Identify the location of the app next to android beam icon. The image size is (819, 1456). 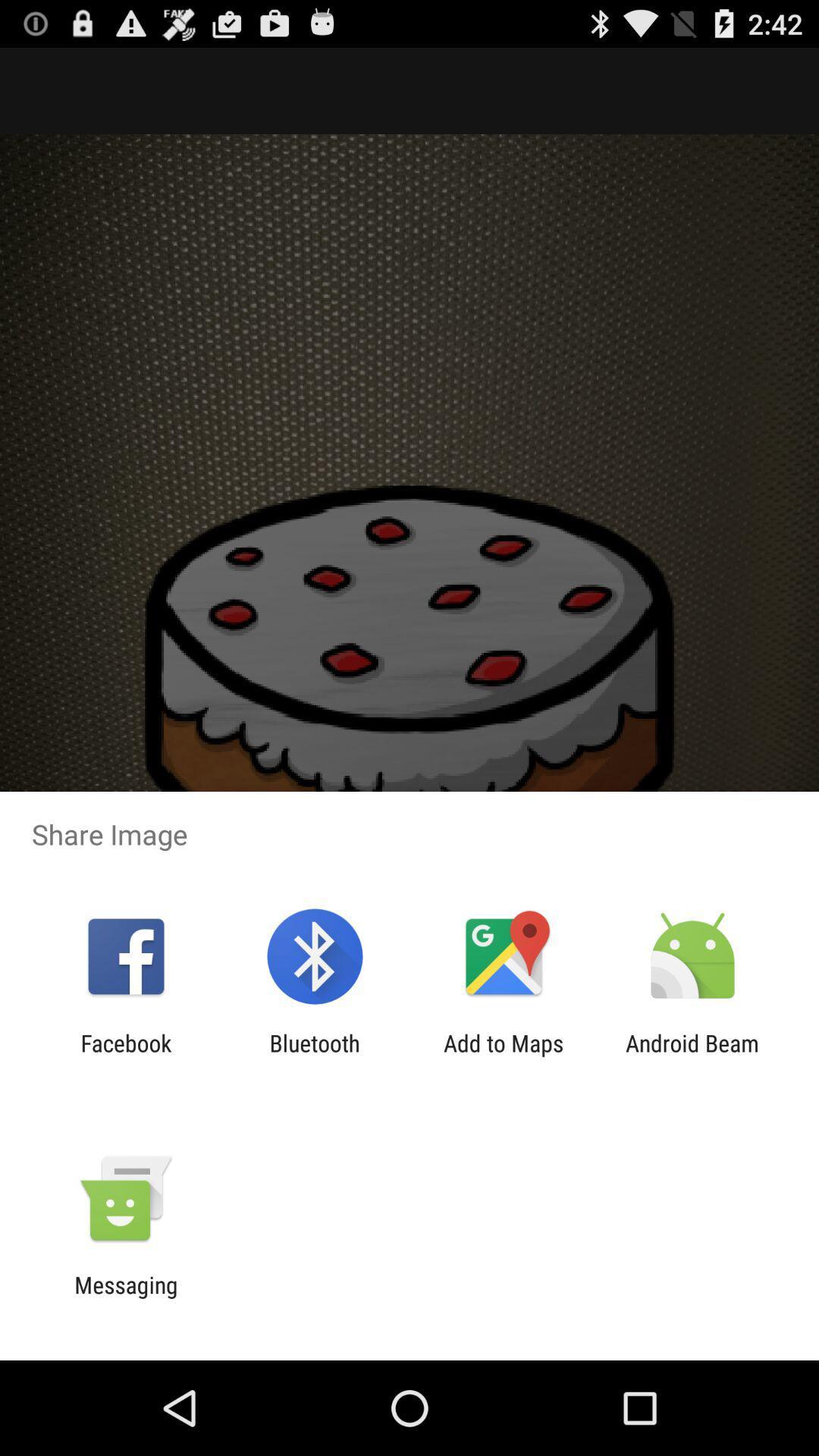
(504, 1056).